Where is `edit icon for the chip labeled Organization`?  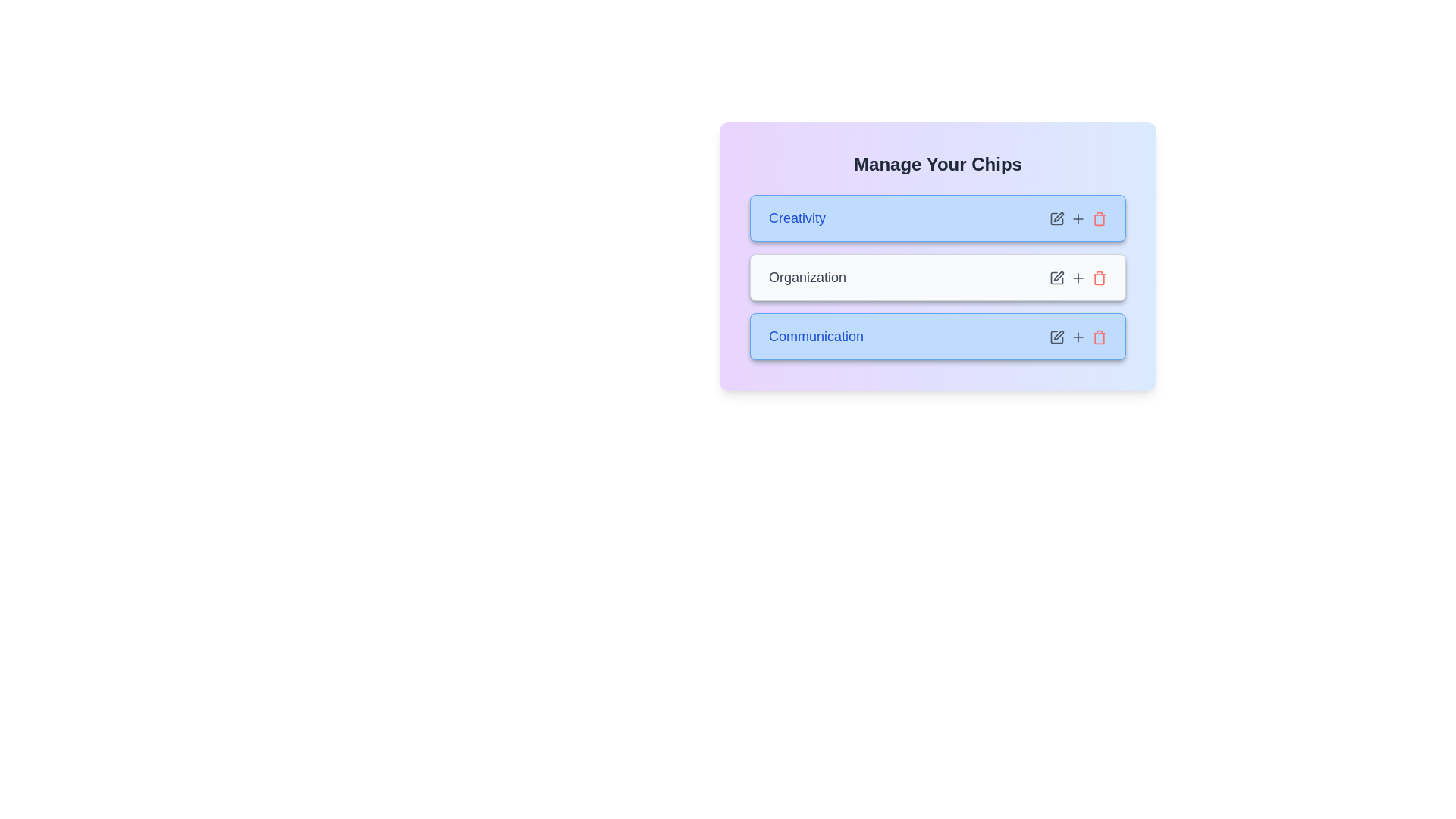
edit icon for the chip labeled Organization is located at coordinates (1056, 278).